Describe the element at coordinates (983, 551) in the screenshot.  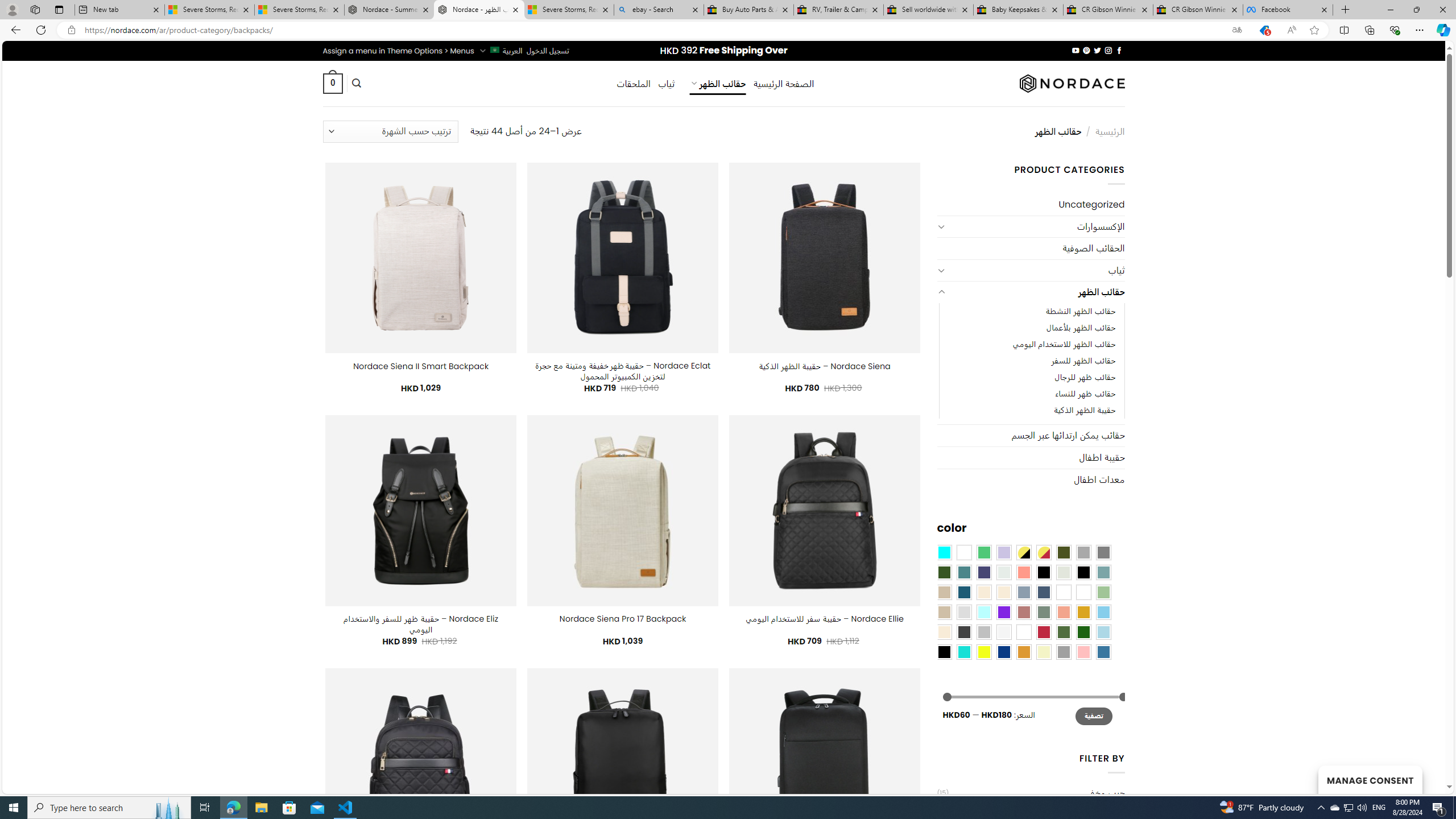
I see `'Emerald Green'` at that location.